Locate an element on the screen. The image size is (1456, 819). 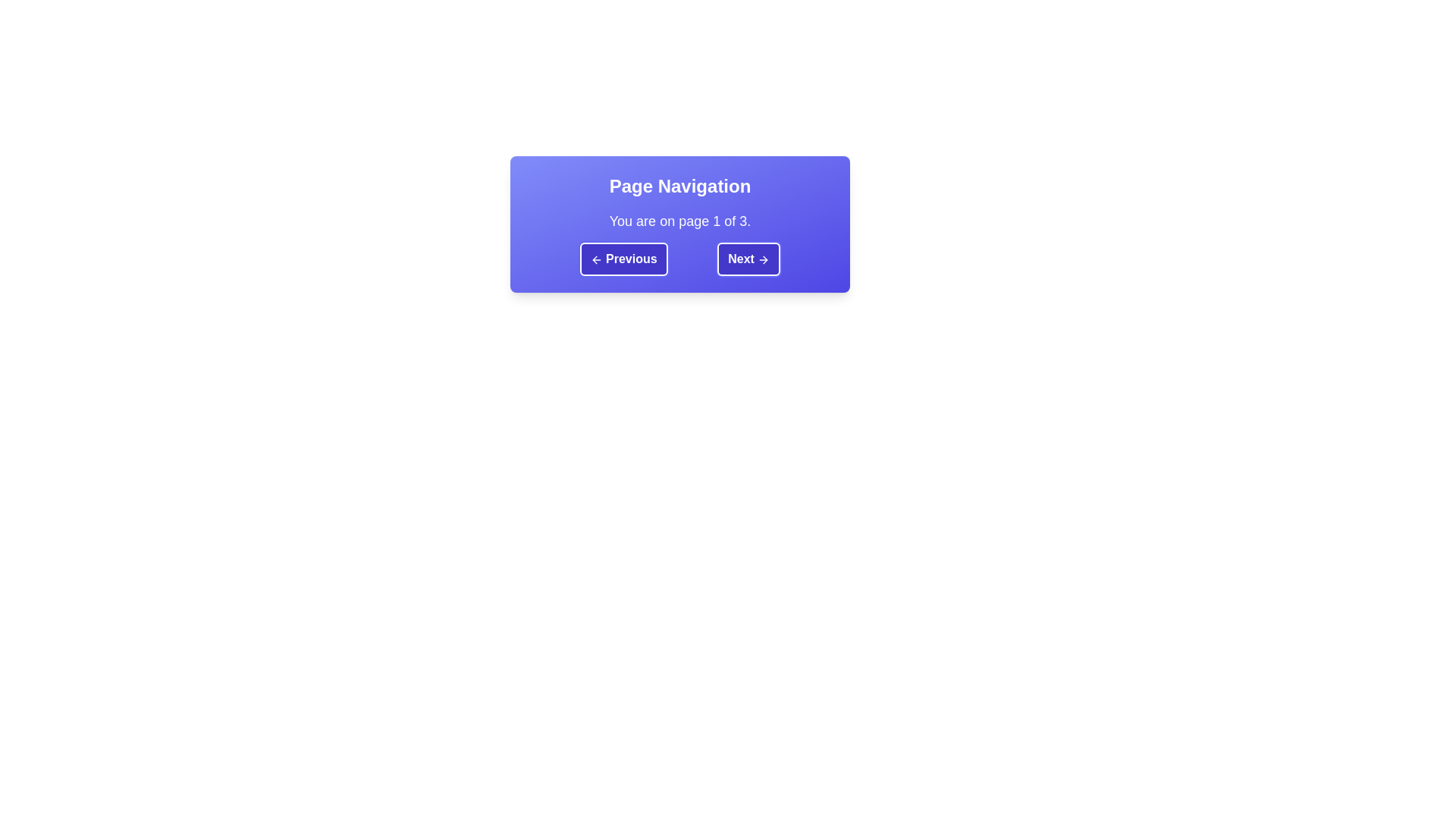
the left-pointing arrow icon in the 'Previous' button to trigger the tooltip effect is located at coordinates (595, 259).